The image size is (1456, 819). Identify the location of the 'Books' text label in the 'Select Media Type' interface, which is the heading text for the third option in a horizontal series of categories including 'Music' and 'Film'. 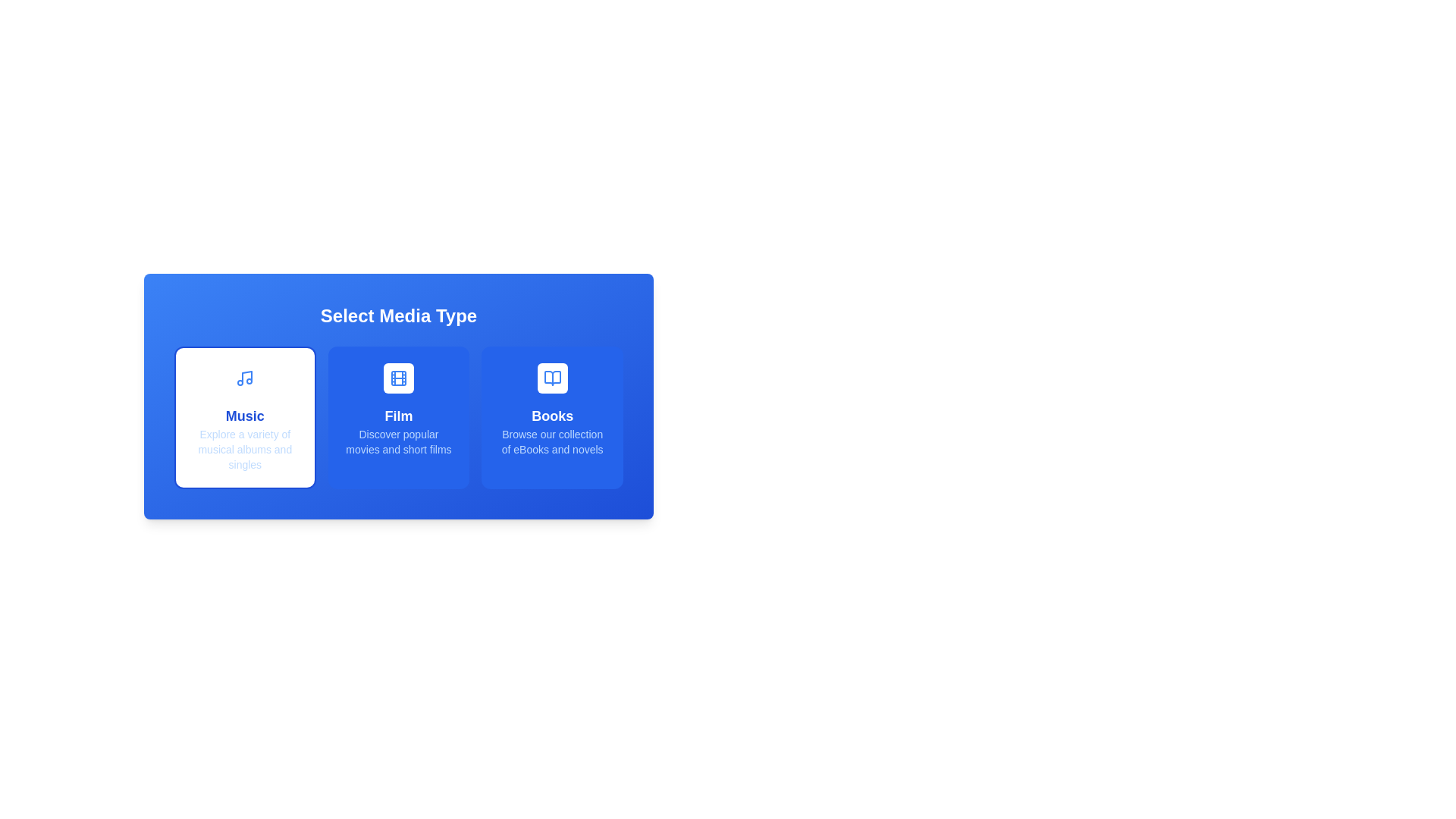
(551, 416).